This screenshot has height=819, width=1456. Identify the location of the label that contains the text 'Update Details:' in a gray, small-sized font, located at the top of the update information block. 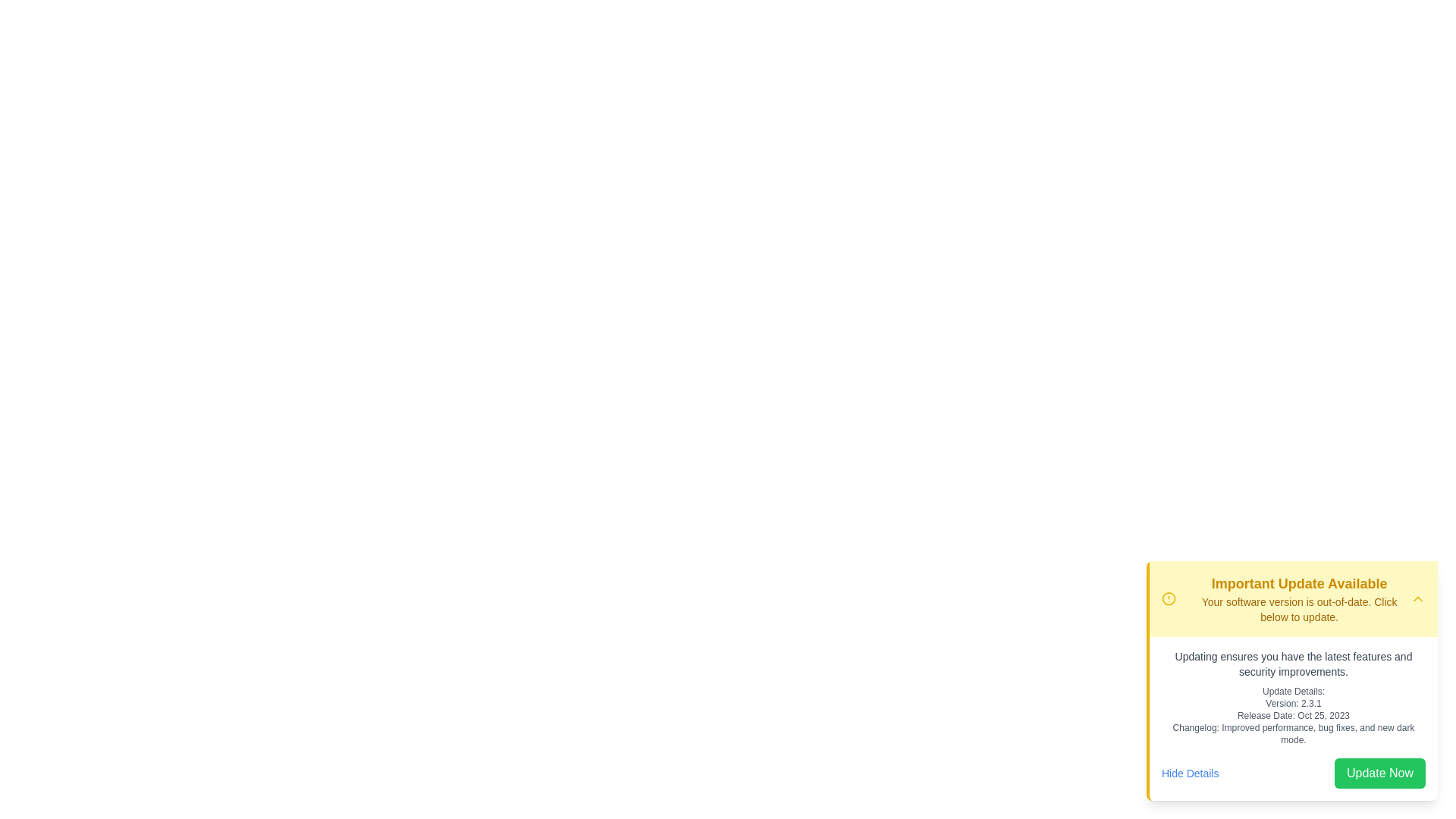
(1292, 691).